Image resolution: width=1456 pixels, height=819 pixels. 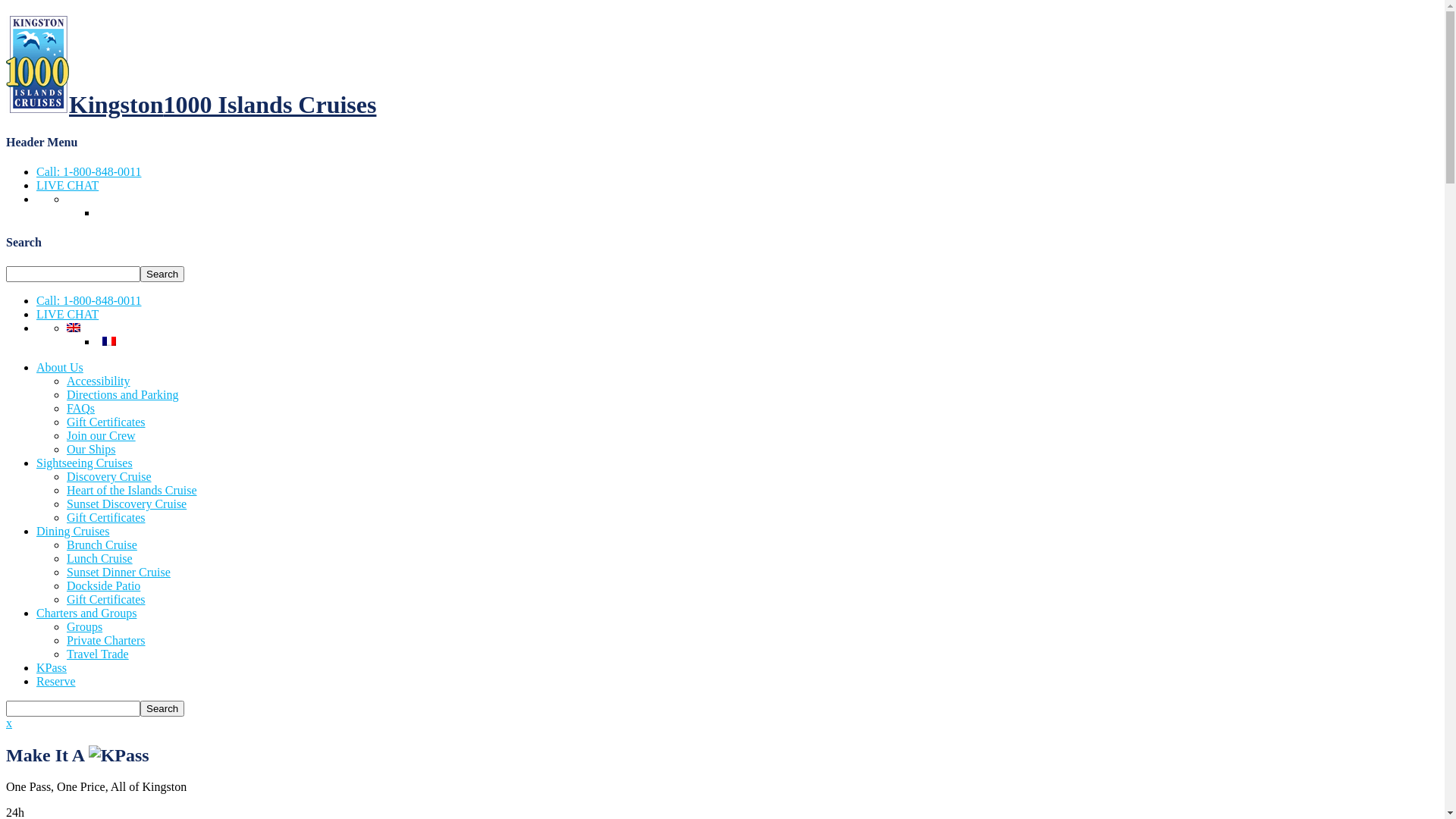 I want to click on 'Private Charters', so click(x=105, y=640).